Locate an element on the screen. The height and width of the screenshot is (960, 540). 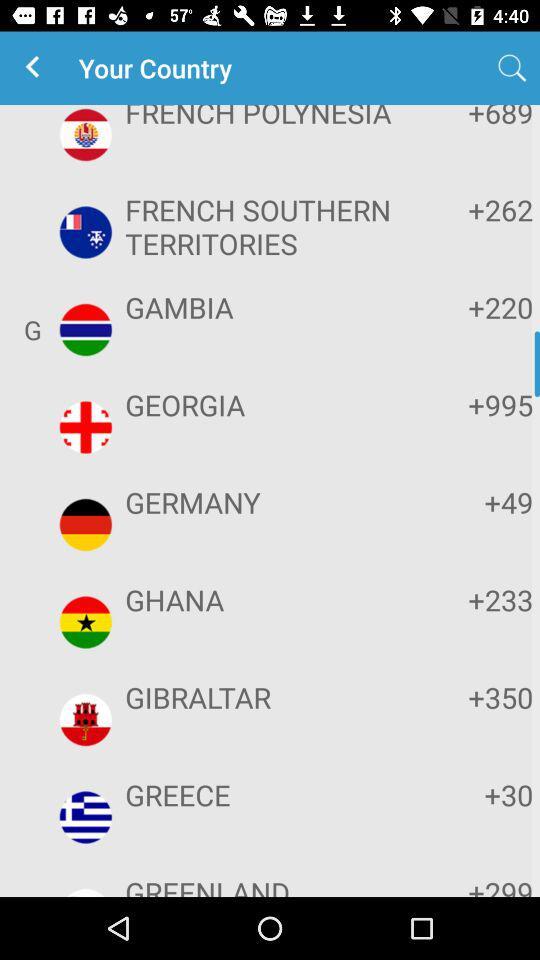
item below germany app is located at coordinates (267, 599).